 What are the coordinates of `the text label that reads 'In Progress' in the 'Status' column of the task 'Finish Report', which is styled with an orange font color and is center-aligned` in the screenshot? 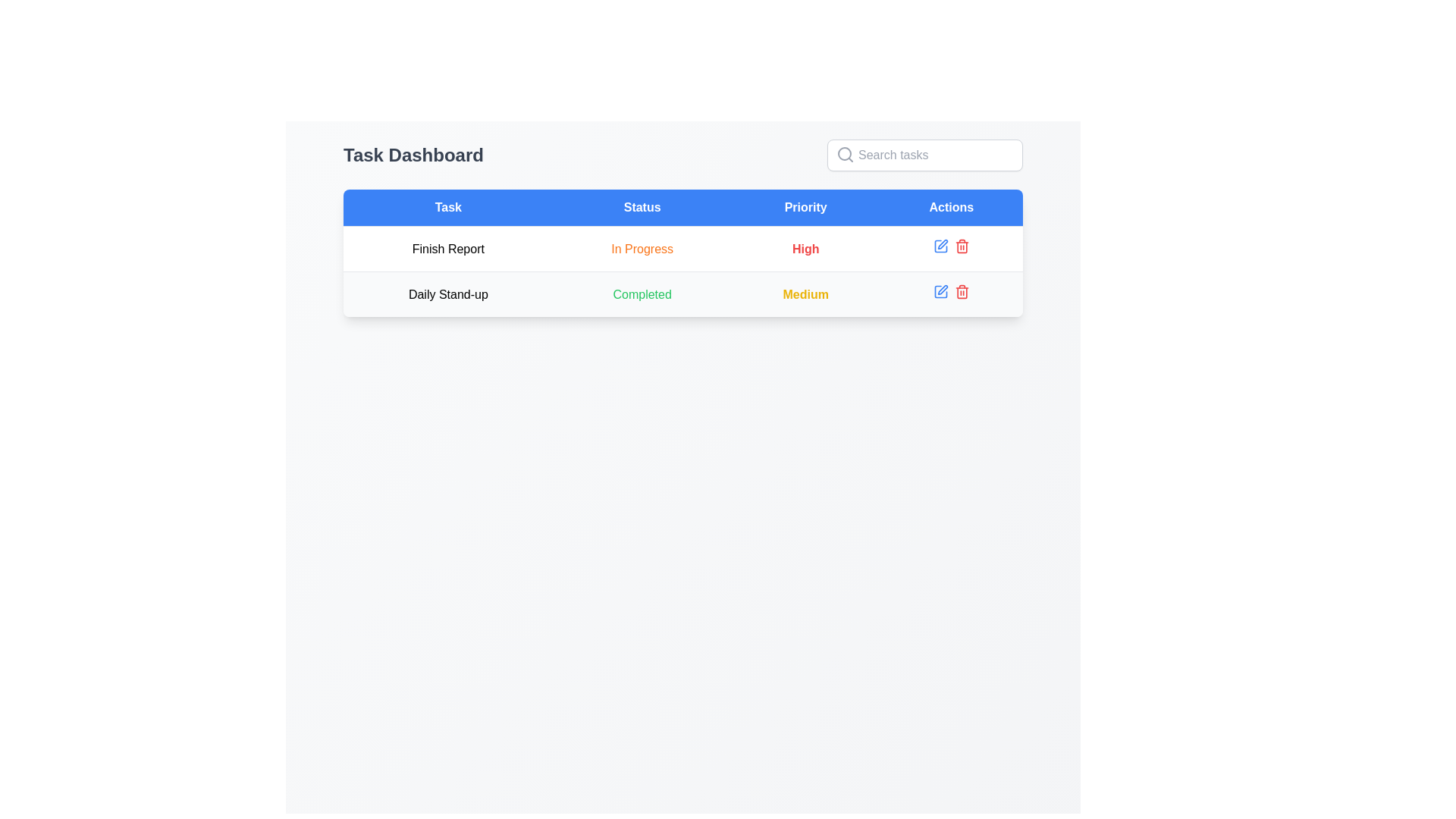 It's located at (642, 248).